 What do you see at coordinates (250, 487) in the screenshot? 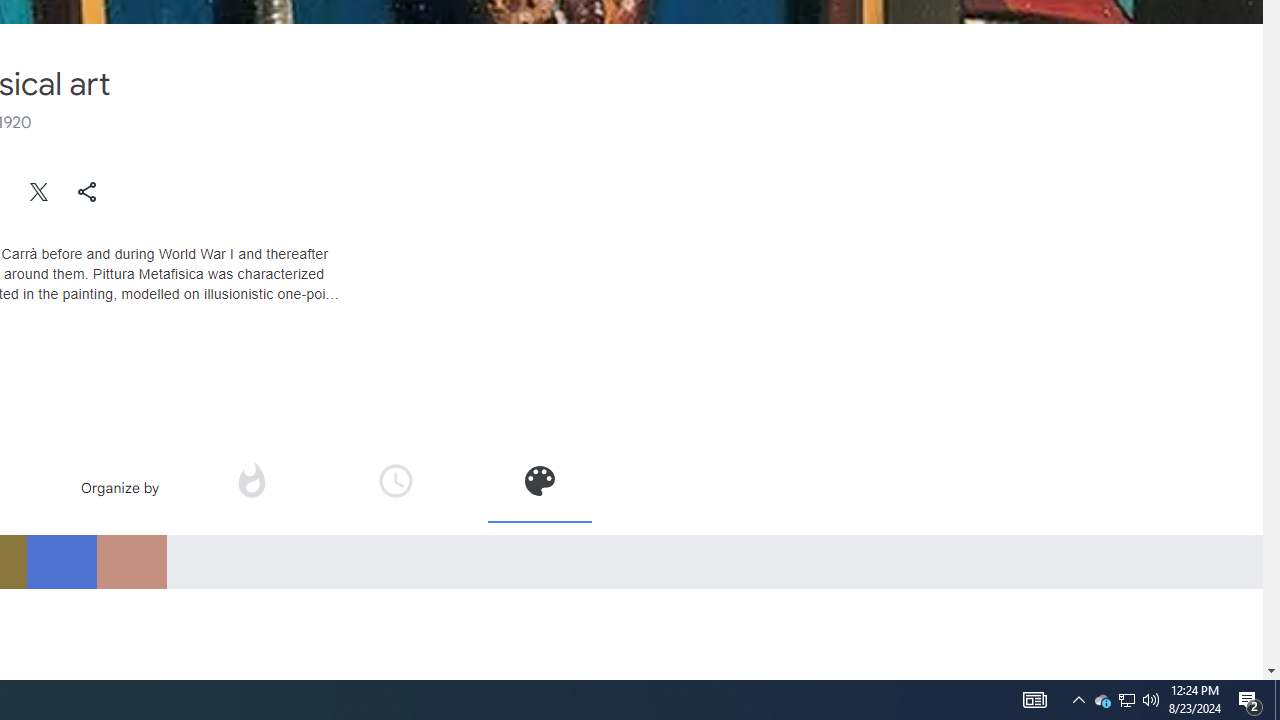
I see `'Organize by popularity'` at bounding box center [250, 487].